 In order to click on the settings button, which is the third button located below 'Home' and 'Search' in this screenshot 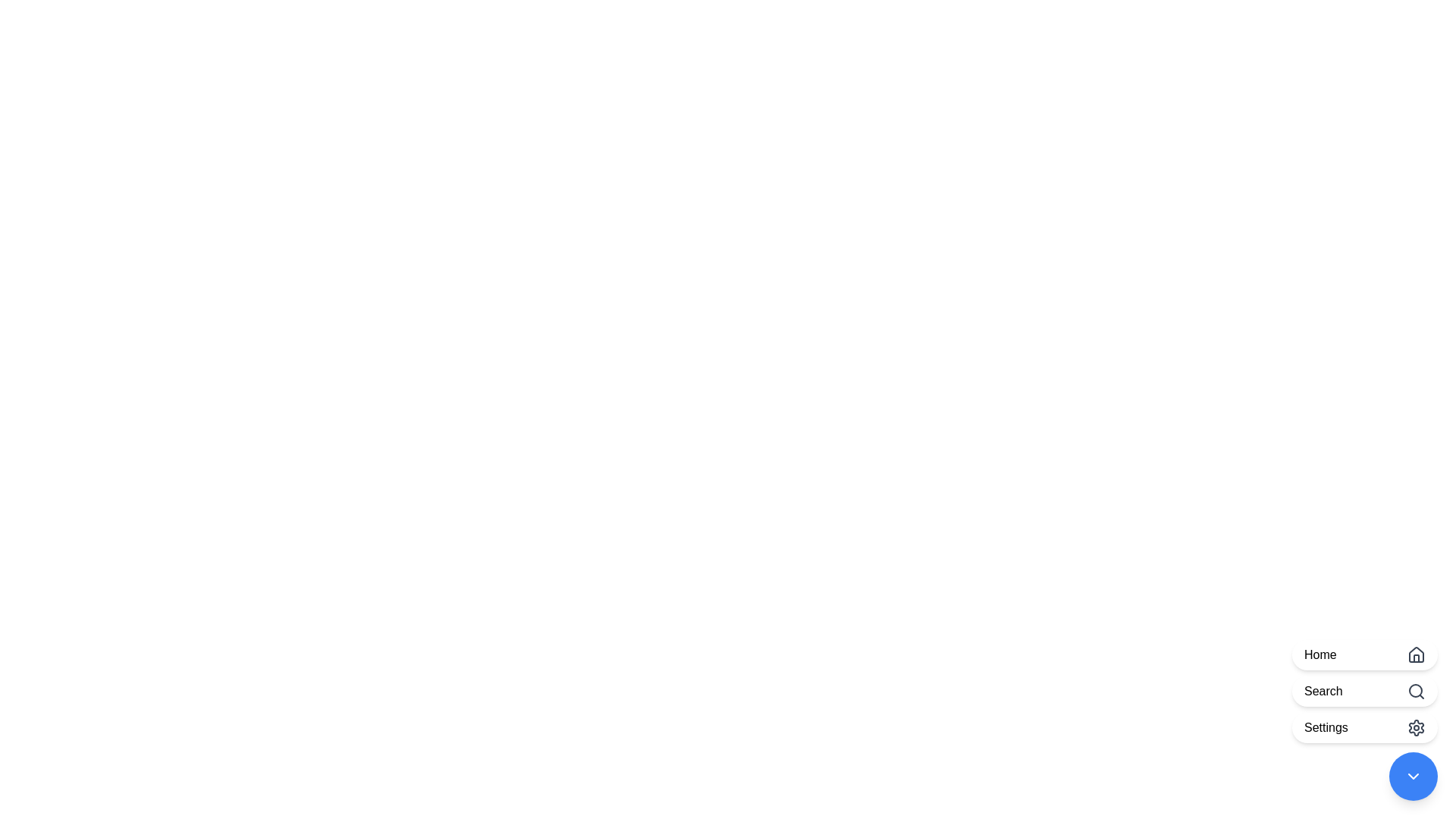, I will do `click(1365, 727)`.